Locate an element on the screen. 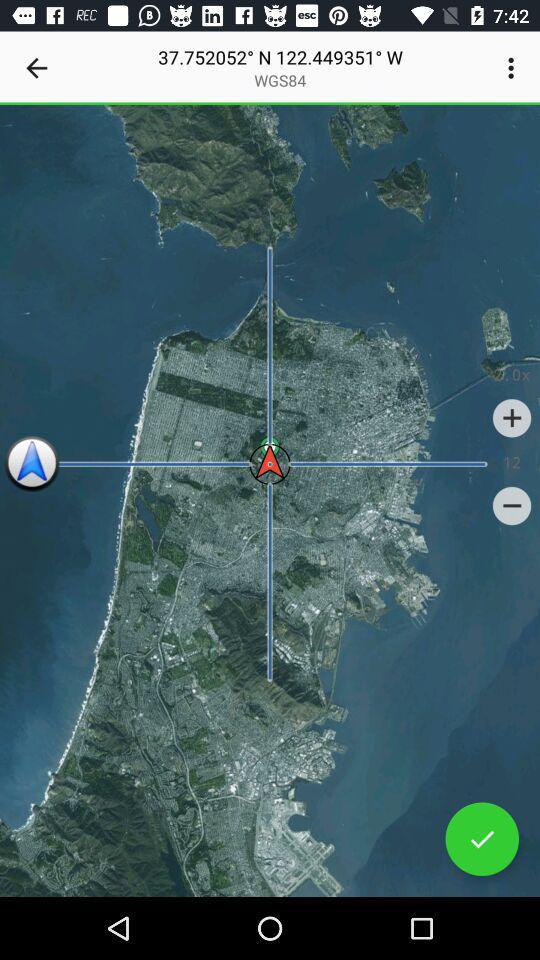 The width and height of the screenshot is (540, 960). the icon below 2.0x icon is located at coordinates (512, 417).